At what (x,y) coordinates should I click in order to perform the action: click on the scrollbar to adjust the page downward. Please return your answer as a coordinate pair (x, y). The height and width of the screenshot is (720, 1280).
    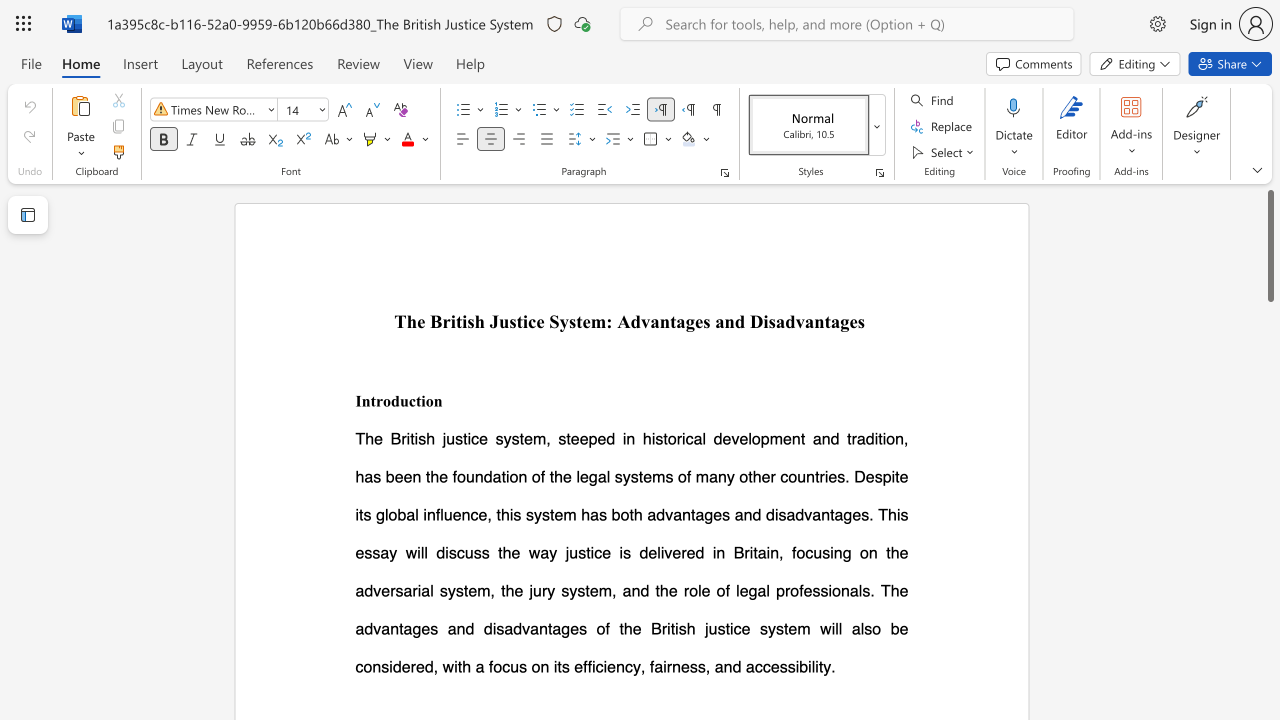
    Looking at the image, I should click on (1269, 678).